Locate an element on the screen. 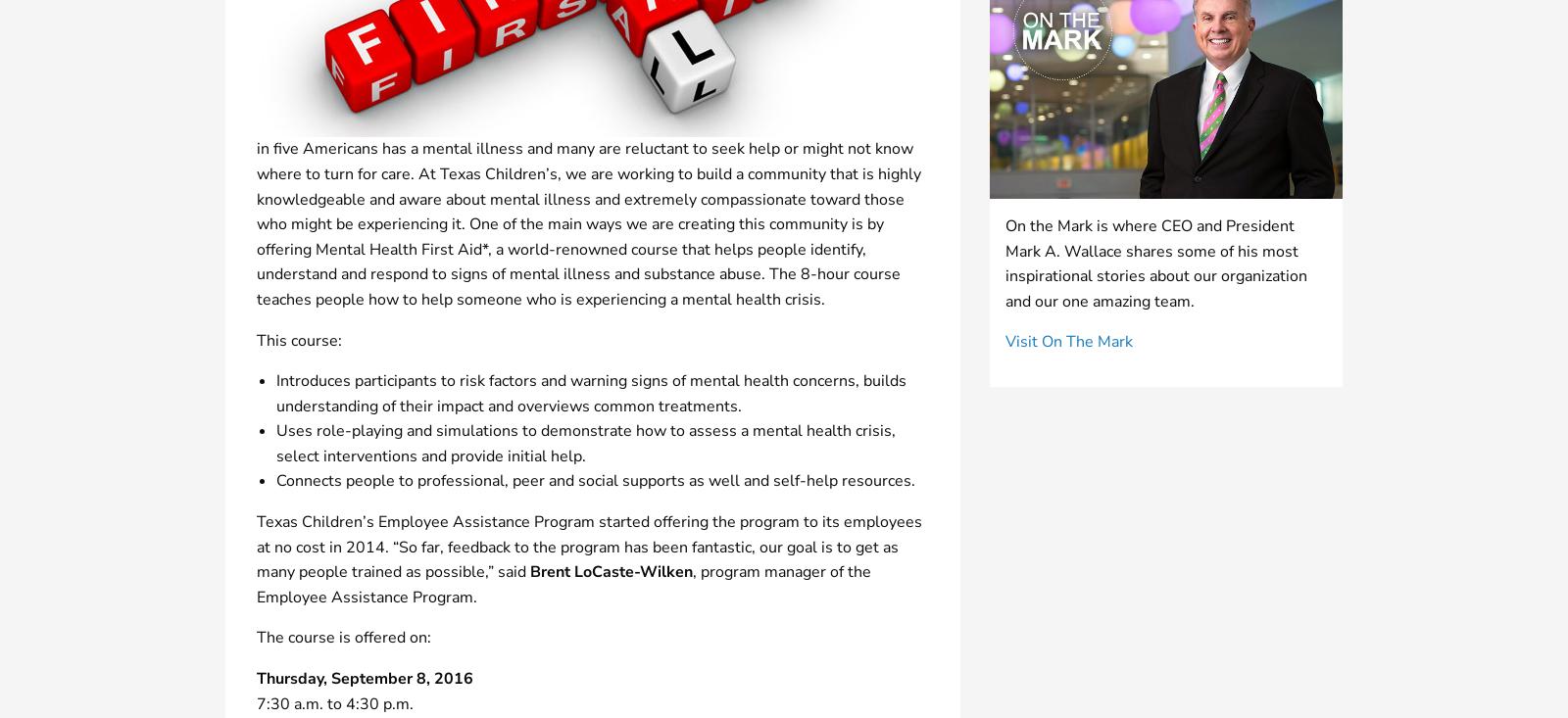  'Connects people to professional, peer and social supports as well and self-help resources.' is located at coordinates (596, 479).